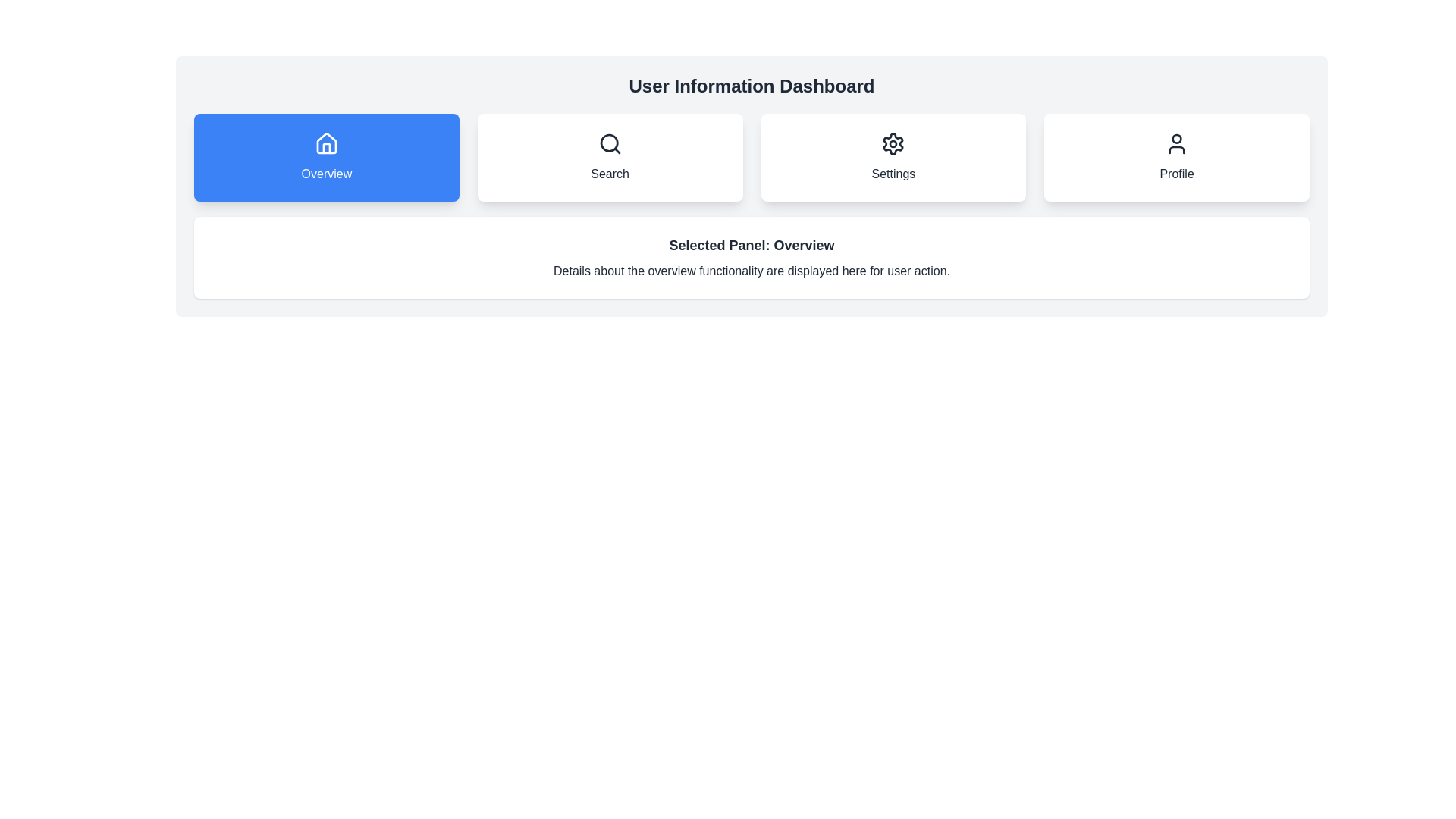 Image resolution: width=1456 pixels, height=819 pixels. What do you see at coordinates (325, 143) in the screenshot?
I see `the 'Overview' button which contains the overview icon, located in the row of four primary navigation buttons at the top of the interface` at bounding box center [325, 143].